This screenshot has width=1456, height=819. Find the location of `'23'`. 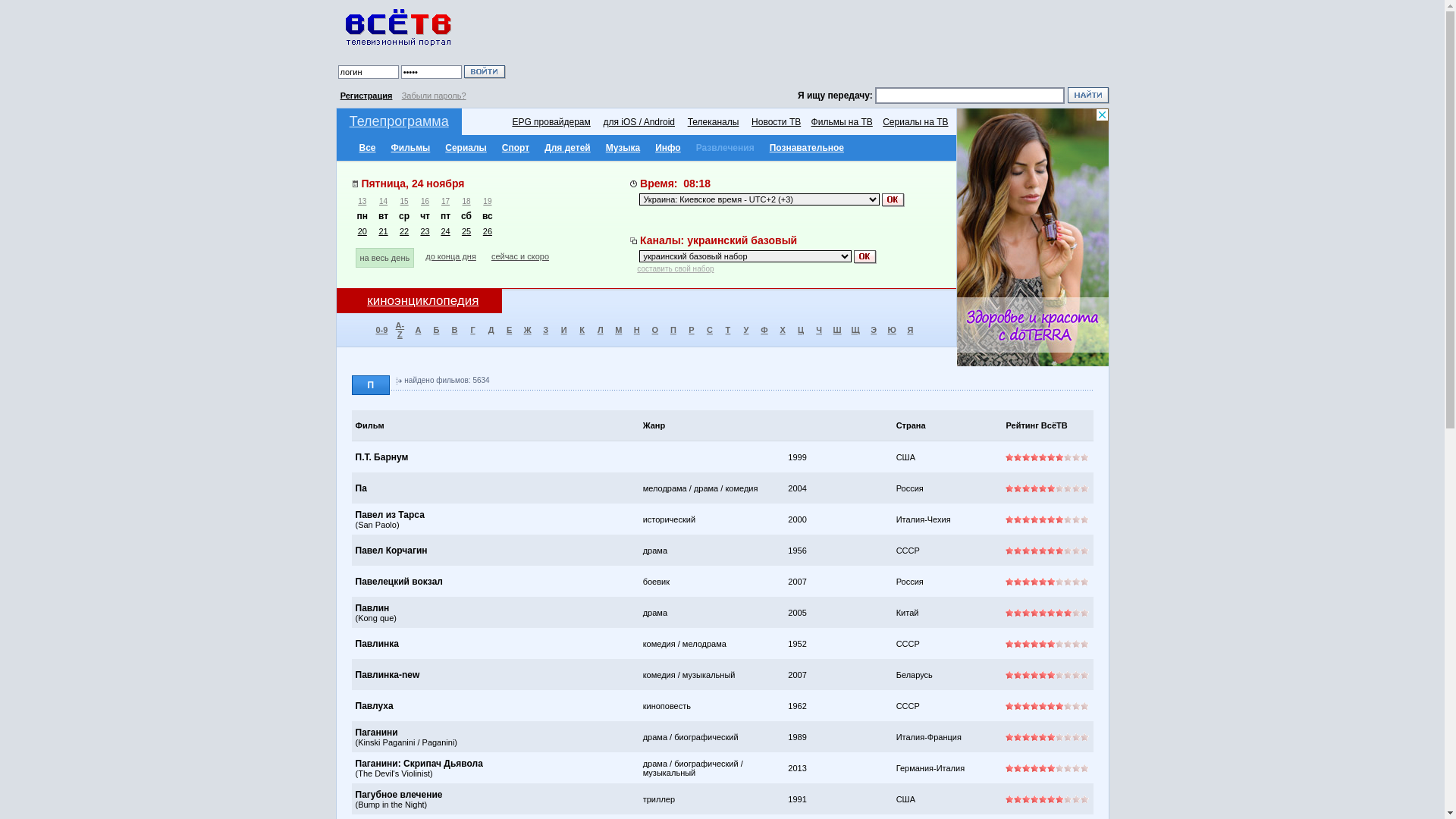

'23' is located at coordinates (425, 231).